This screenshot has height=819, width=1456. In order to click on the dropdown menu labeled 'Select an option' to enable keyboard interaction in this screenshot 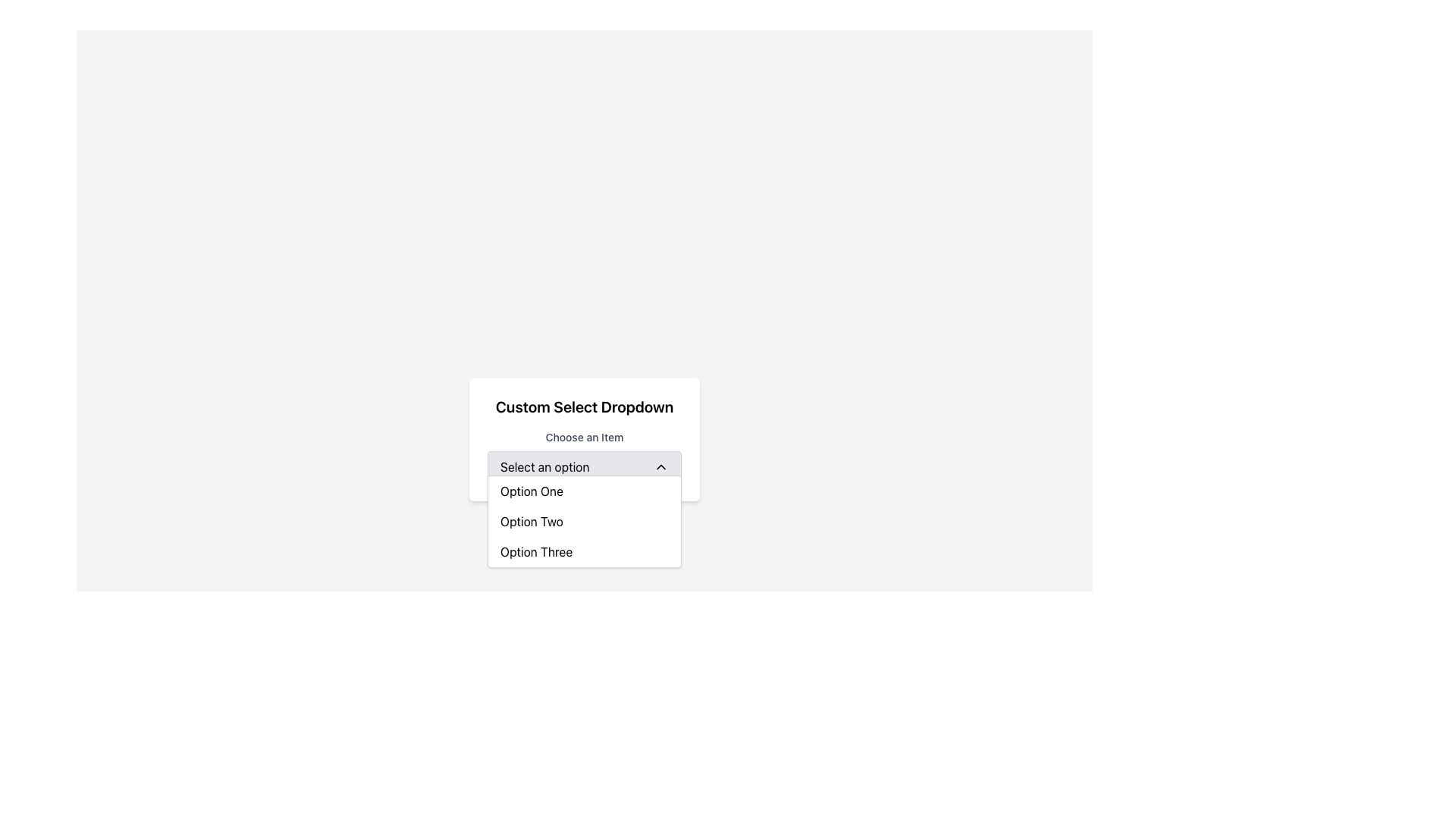, I will do `click(584, 466)`.